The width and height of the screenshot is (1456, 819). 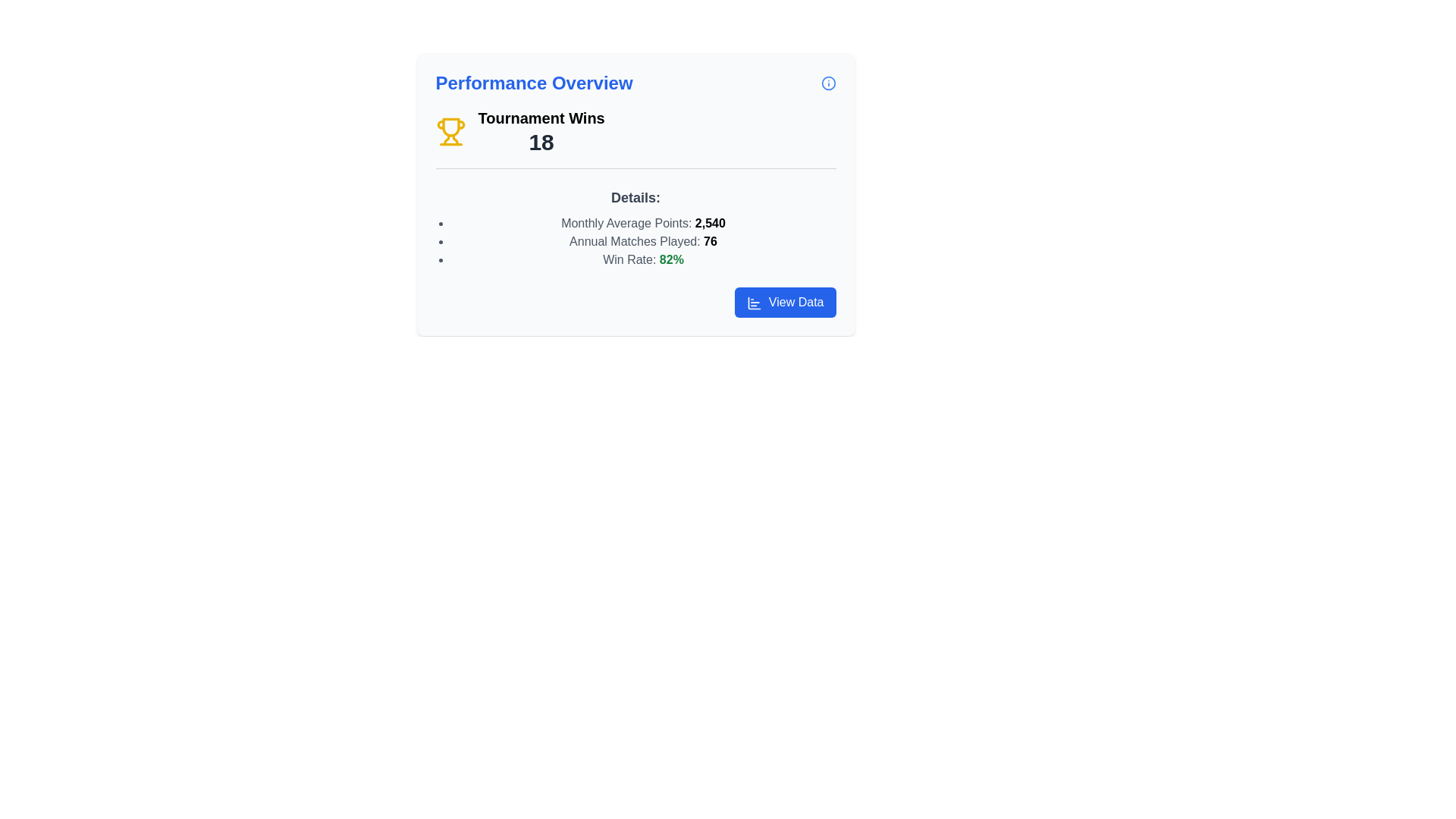 I want to click on the bar chart icon located within the 'View Data' button at the bottom-right corner of the card by clicking on it, so click(x=755, y=303).